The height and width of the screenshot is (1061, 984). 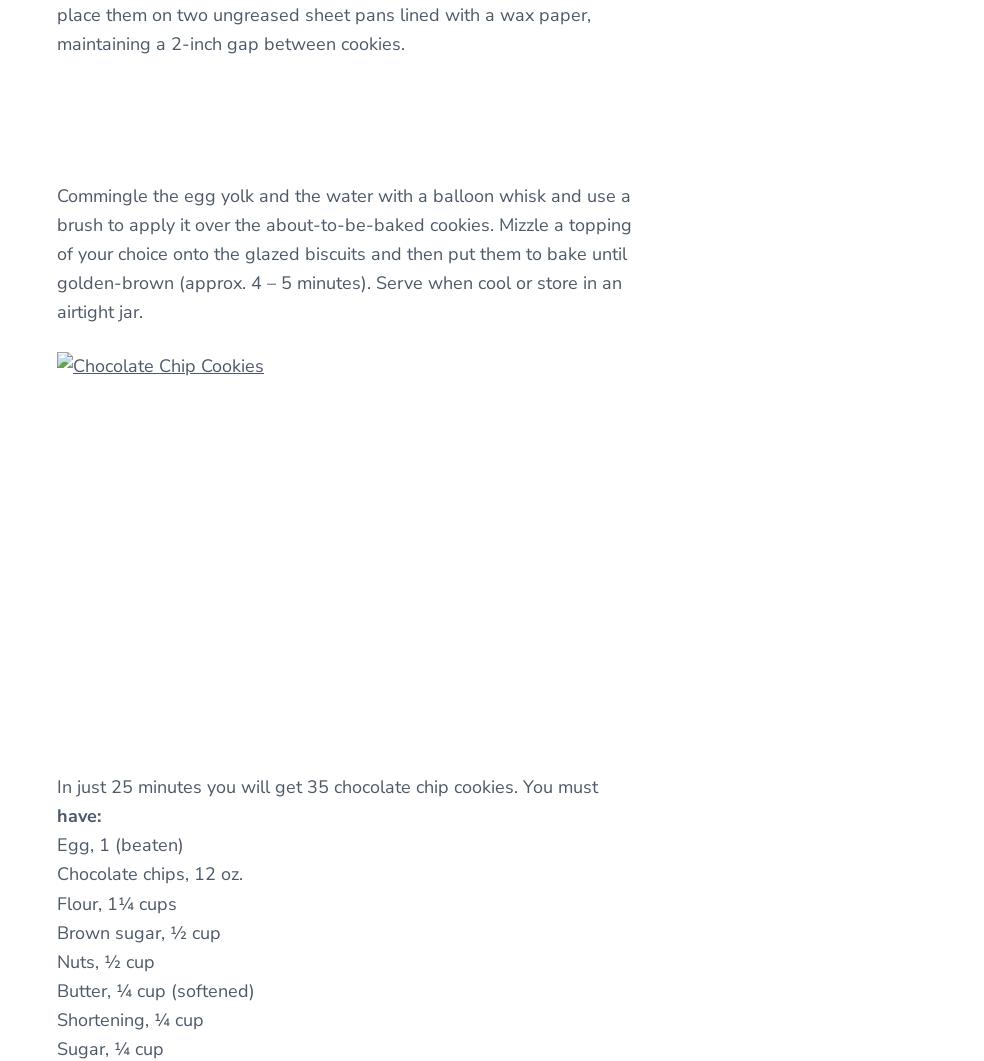 I want to click on 'Brown sugar, ½ cup', so click(x=139, y=930).